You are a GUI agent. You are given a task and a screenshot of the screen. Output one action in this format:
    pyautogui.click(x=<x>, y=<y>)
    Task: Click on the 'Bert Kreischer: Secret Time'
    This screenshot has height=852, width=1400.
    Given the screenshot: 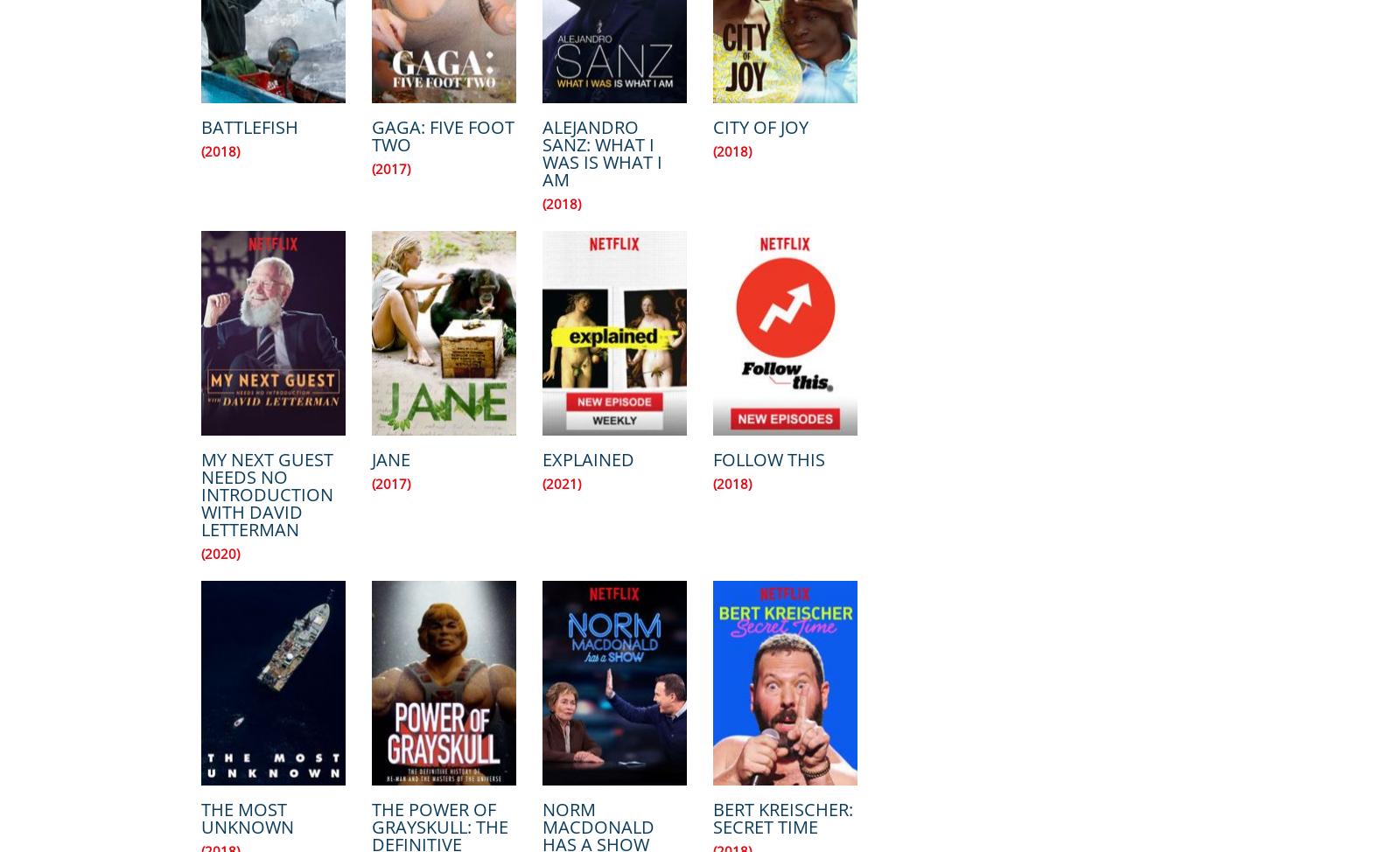 What is the action you would take?
    pyautogui.click(x=782, y=817)
    